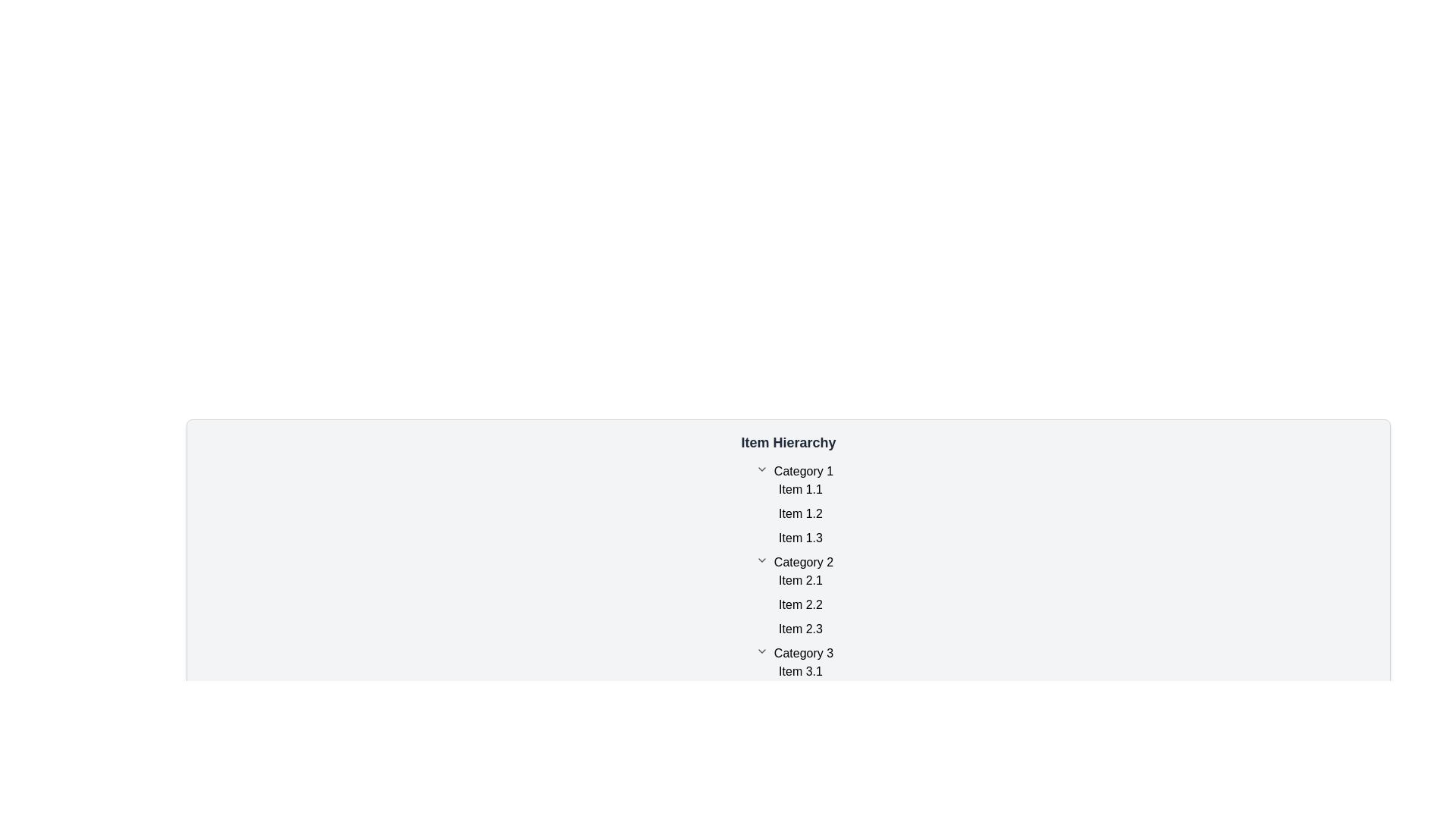  I want to click on the Text Display that shows the first item under the heading 'Category 3' in the vertical list layout, so click(800, 671).